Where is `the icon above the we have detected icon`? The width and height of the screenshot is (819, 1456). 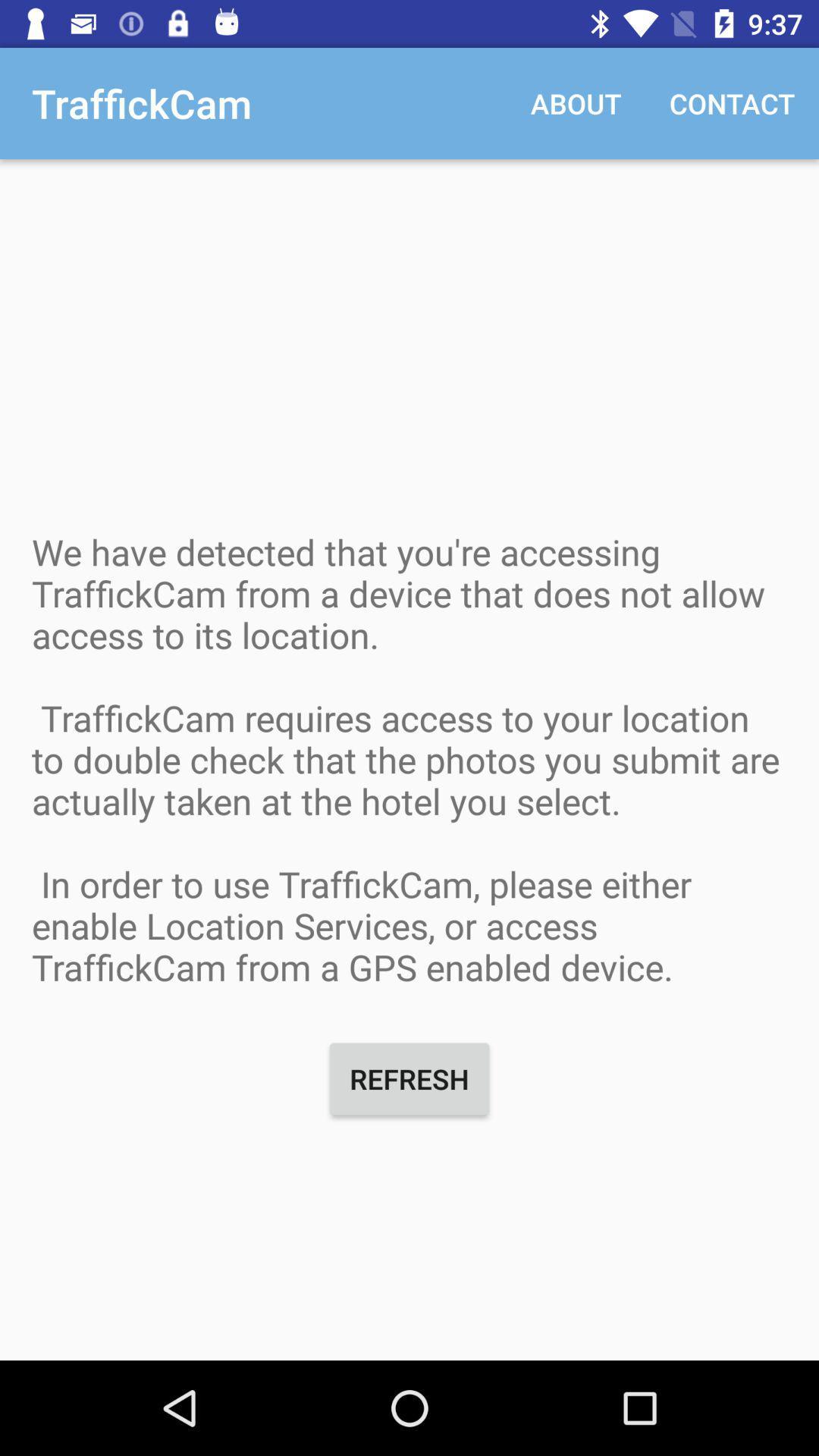 the icon above the we have detected icon is located at coordinates (576, 102).